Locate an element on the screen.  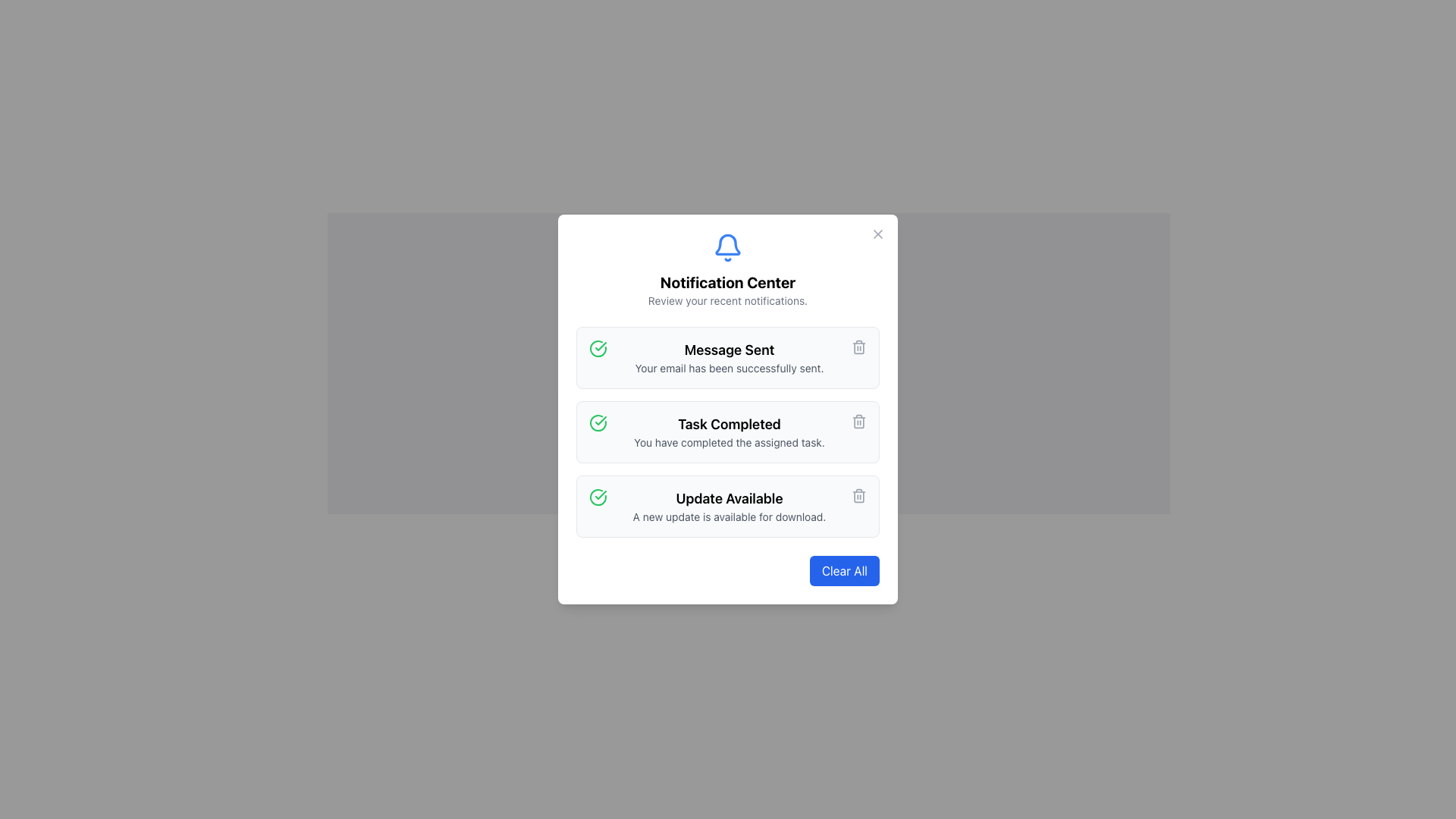
the clear notifications button located at the bottom-right corner of the 'Notification Center' modal is located at coordinates (843, 570).